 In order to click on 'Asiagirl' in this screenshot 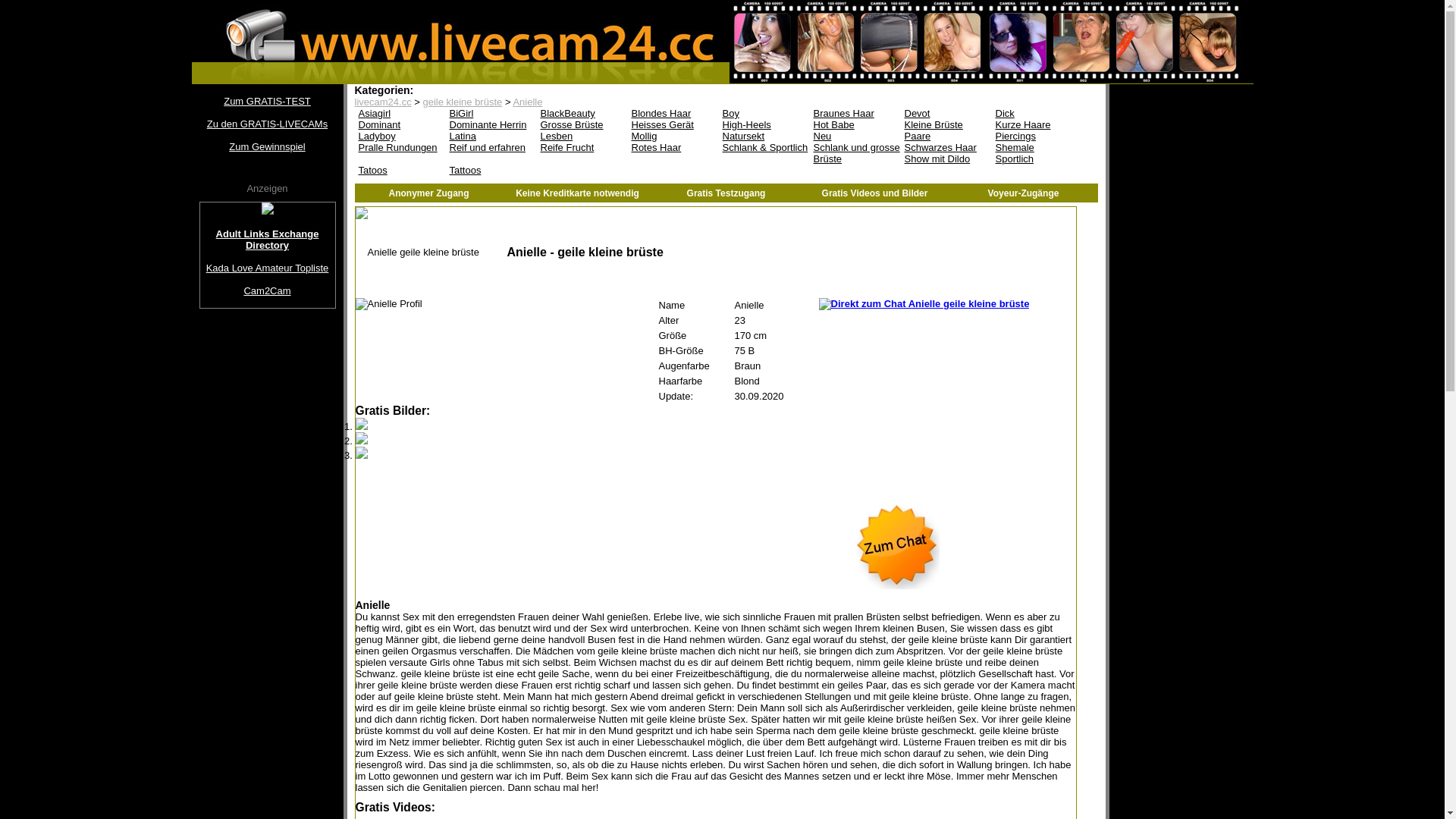, I will do `click(400, 112)`.